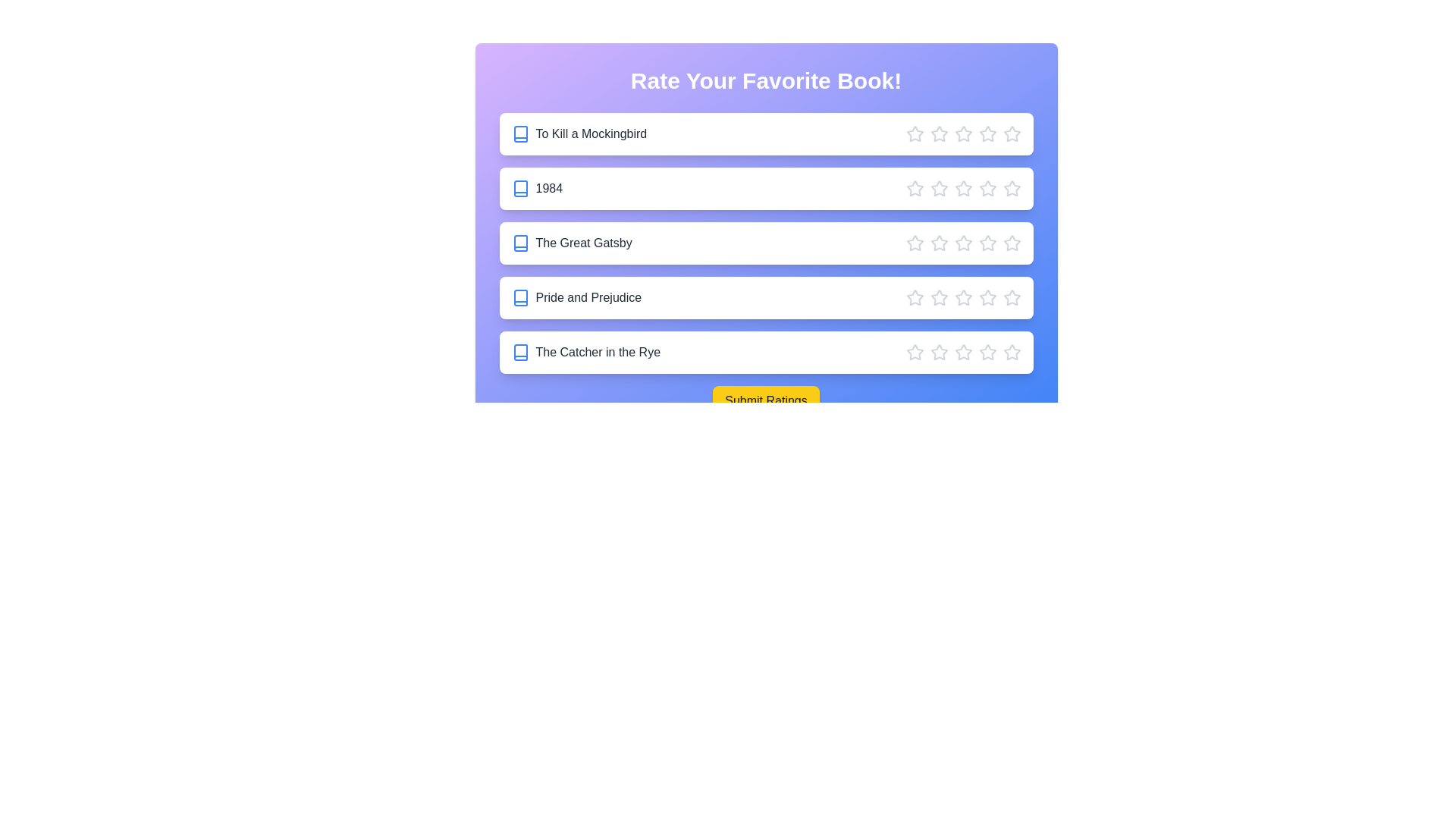 The width and height of the screenshot is (1456, 819). I want to click on the star corresponding to 4 stars for the book 'Pride and Prejudice', so click(987, 298).